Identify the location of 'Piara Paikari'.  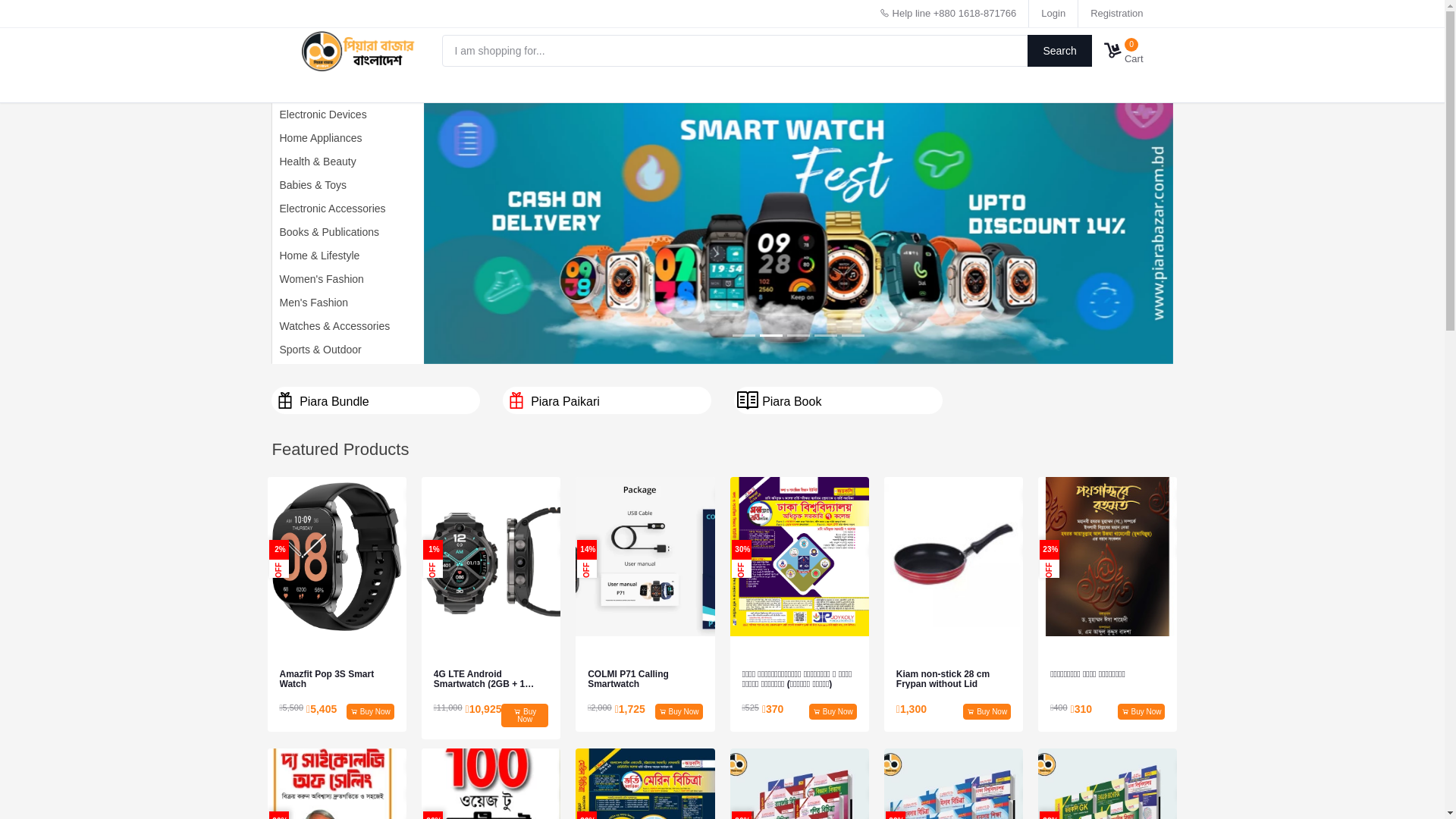
(605, 400).